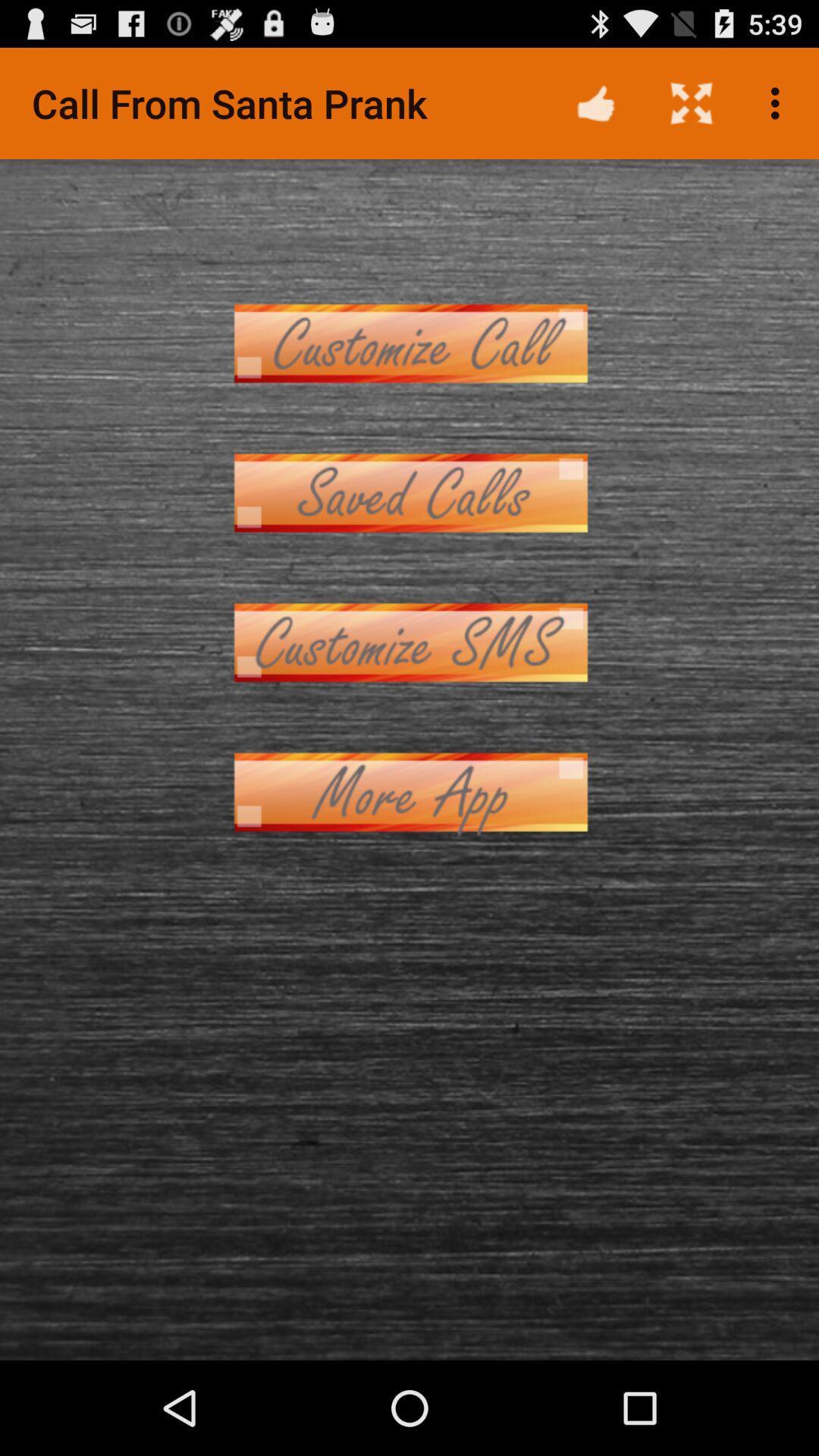 The height and width of the screenshot is (1456, 819). I want to click on send custom sms, so click(409, 642).